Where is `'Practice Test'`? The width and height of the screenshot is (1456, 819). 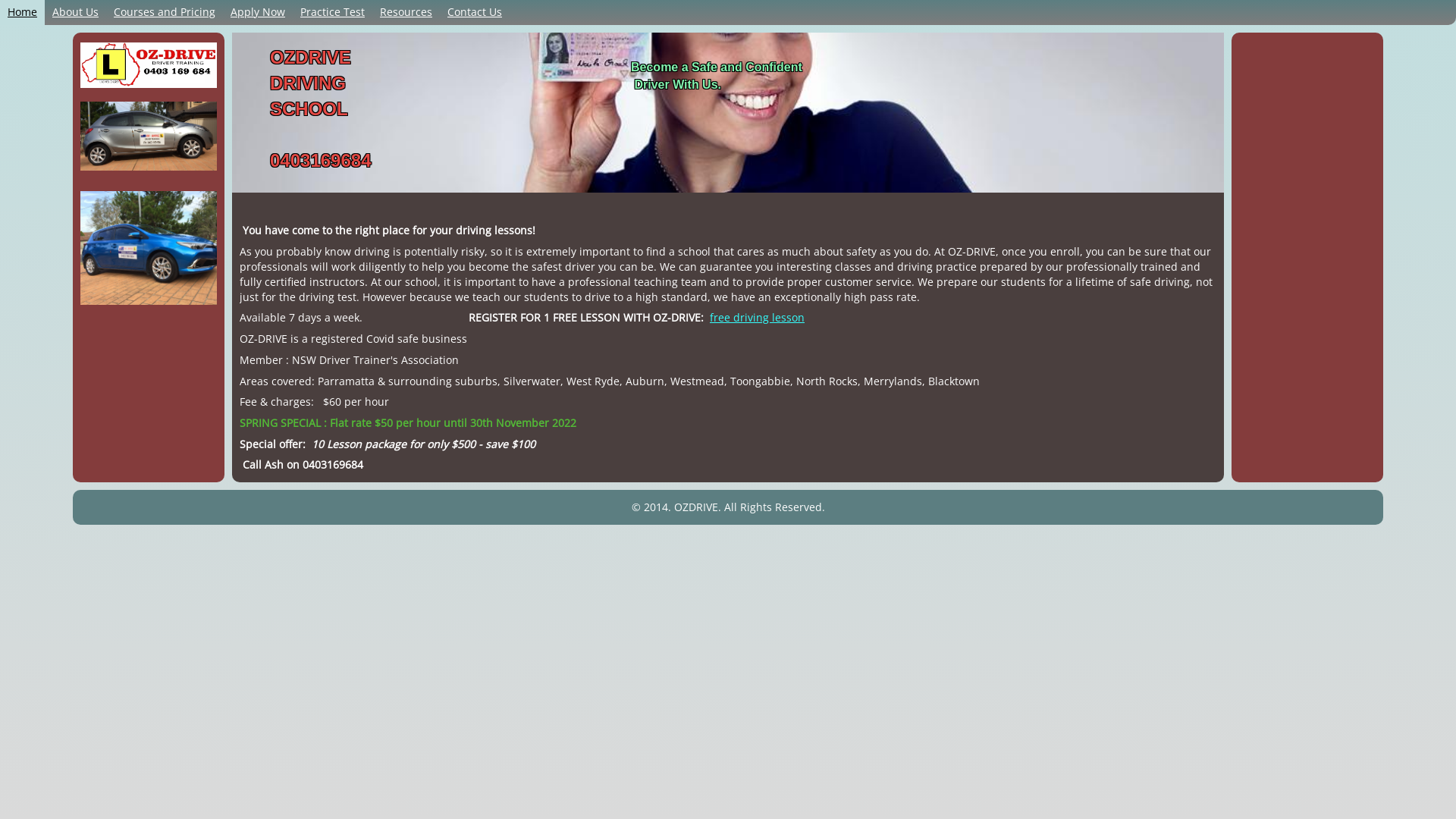
'Practice Test' is located at coordinates (292, 12).